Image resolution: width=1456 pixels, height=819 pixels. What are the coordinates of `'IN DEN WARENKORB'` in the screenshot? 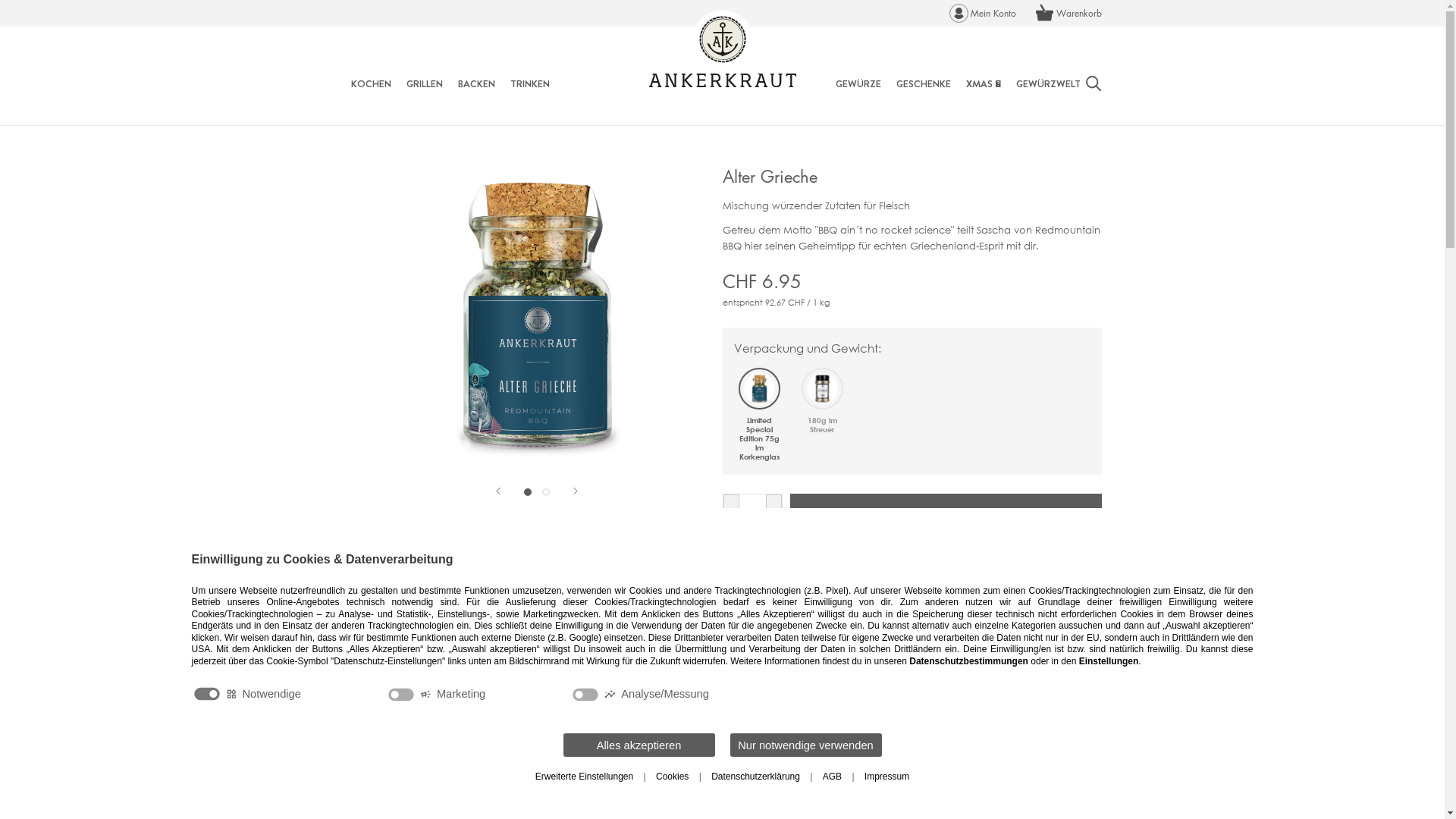 It's located at (945, 512).